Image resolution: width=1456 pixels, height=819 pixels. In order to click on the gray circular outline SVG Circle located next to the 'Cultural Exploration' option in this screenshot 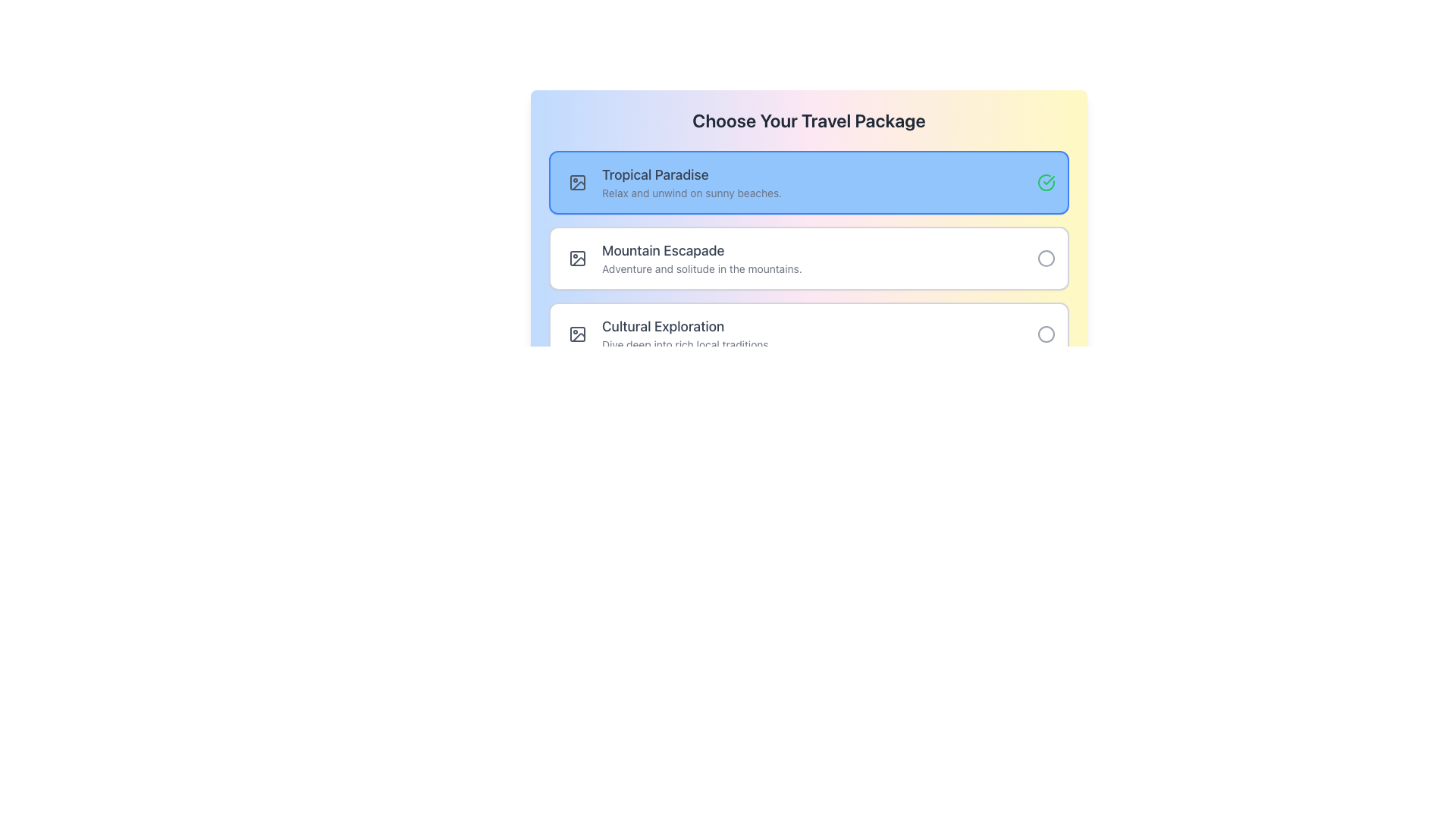, I will do `click(1046, 333)`.